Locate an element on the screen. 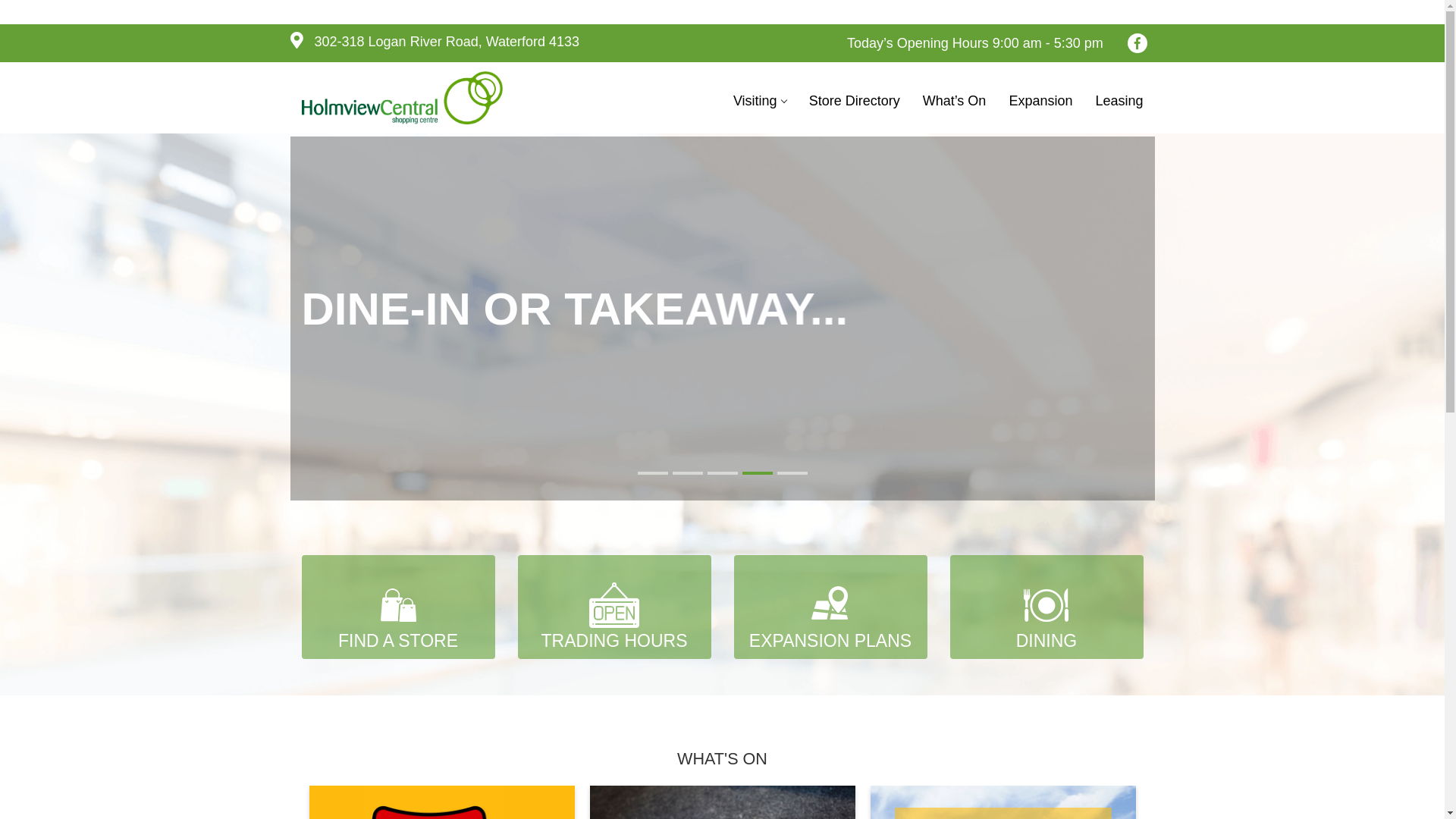  'EXPANSION PLANS' is located at coordinates (830, 606).